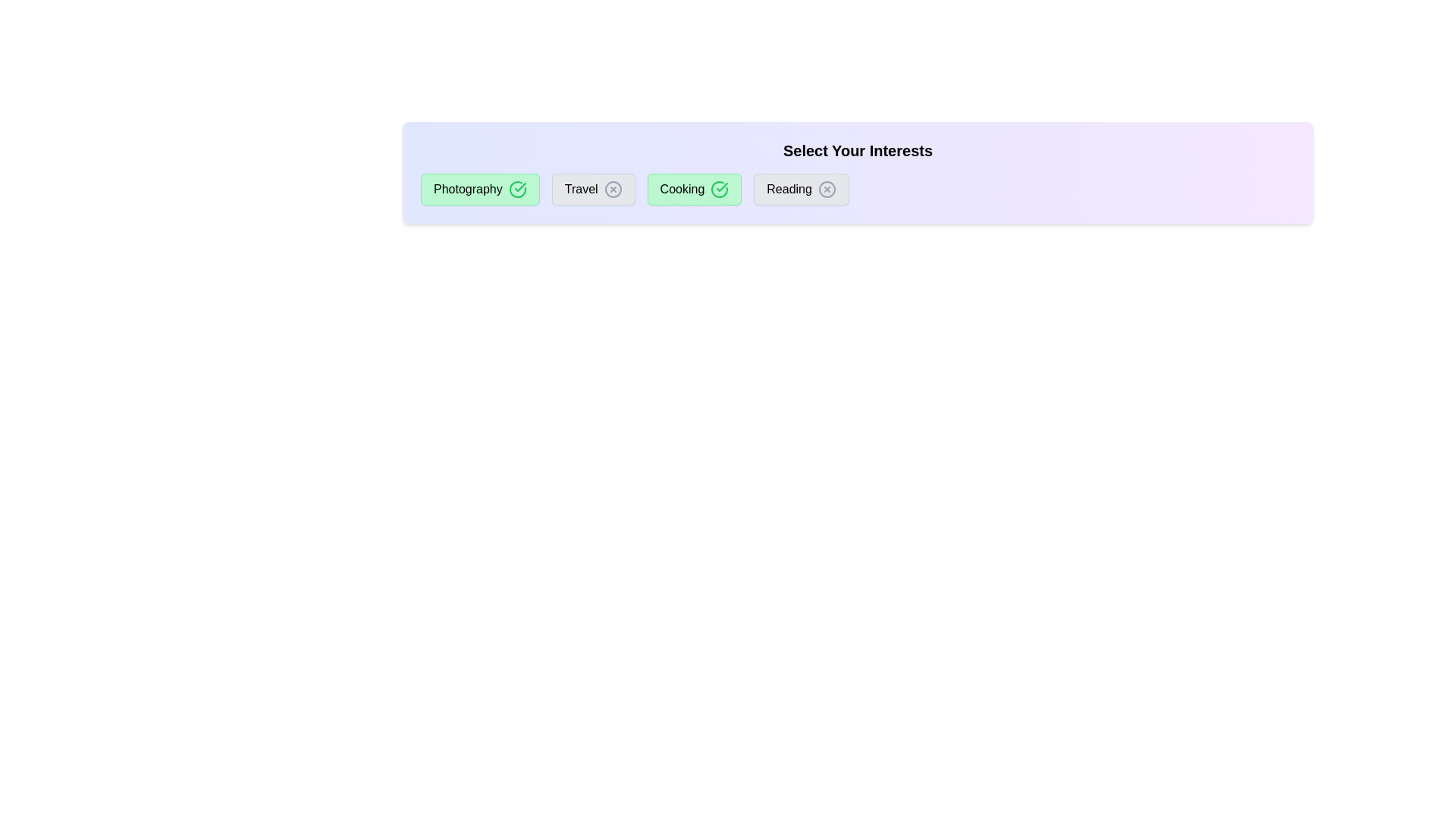  I want to click on the chip labeled Travel, so click(592, 189).